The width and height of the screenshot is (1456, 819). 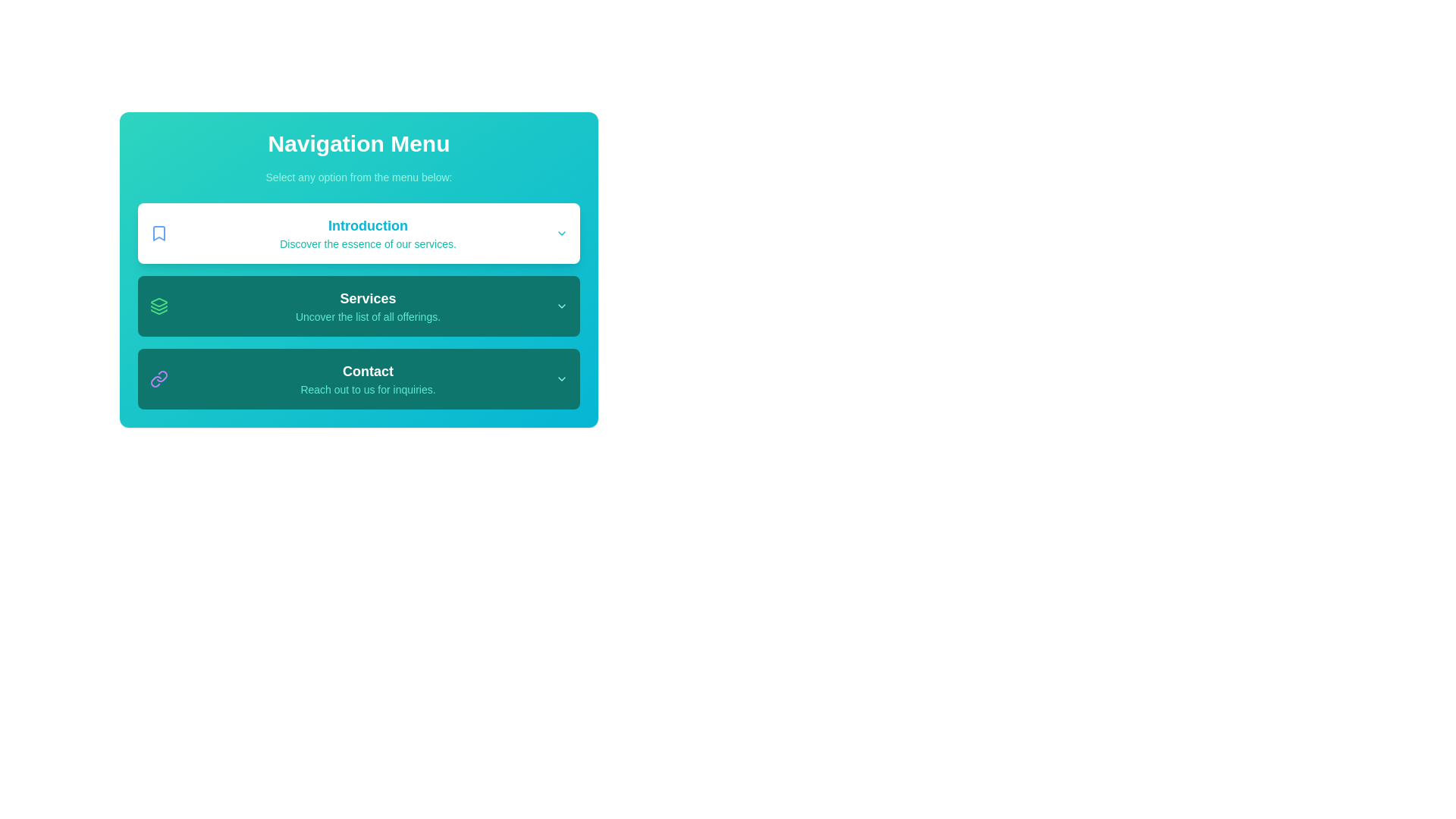 I want to click on the icon representing the 'Introduction' section in the upper left corner of the white button labeled 'Introduction' in the navigation menu, so click(x=159, y=234).